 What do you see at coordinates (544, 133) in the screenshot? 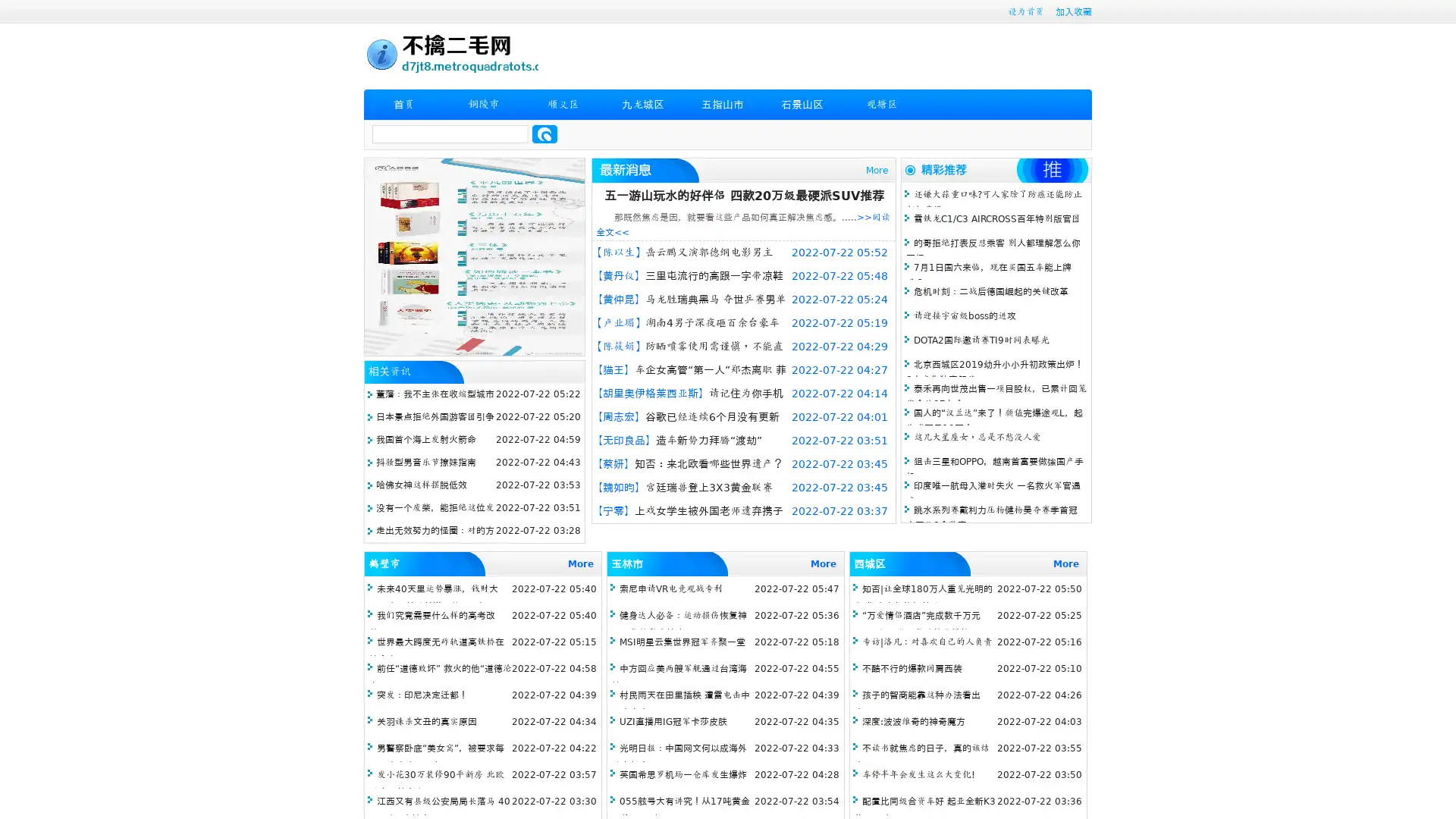
I see `Search` at bounding box center [544, 133].